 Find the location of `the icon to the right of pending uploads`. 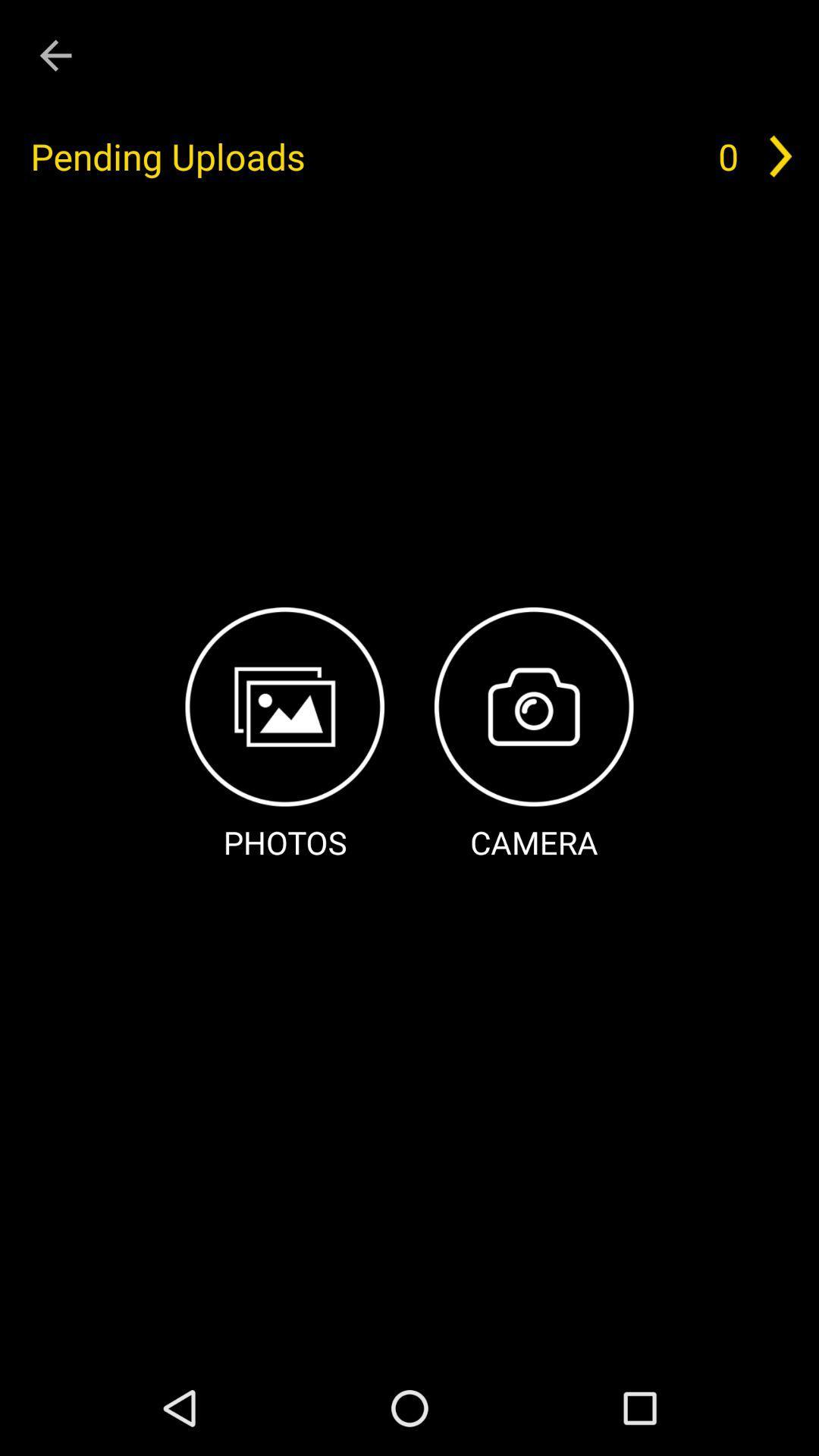

the icon to the right of pending uploads is located at coordinates (727, 156).